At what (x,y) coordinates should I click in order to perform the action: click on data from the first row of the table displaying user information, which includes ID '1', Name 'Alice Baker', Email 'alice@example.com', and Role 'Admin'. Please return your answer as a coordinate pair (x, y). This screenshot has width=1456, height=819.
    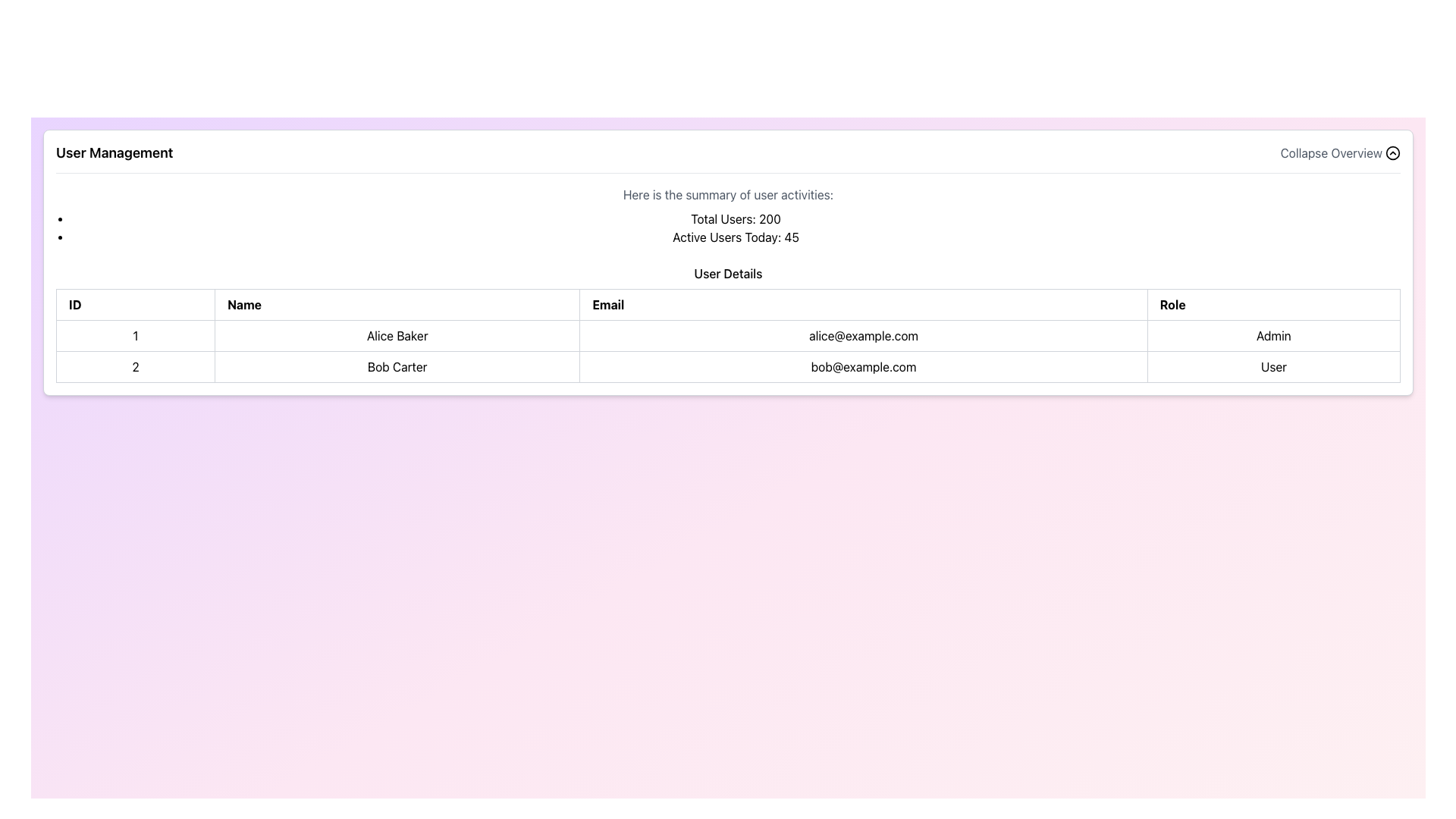
    Looking at the image, I should click on (728, 335).